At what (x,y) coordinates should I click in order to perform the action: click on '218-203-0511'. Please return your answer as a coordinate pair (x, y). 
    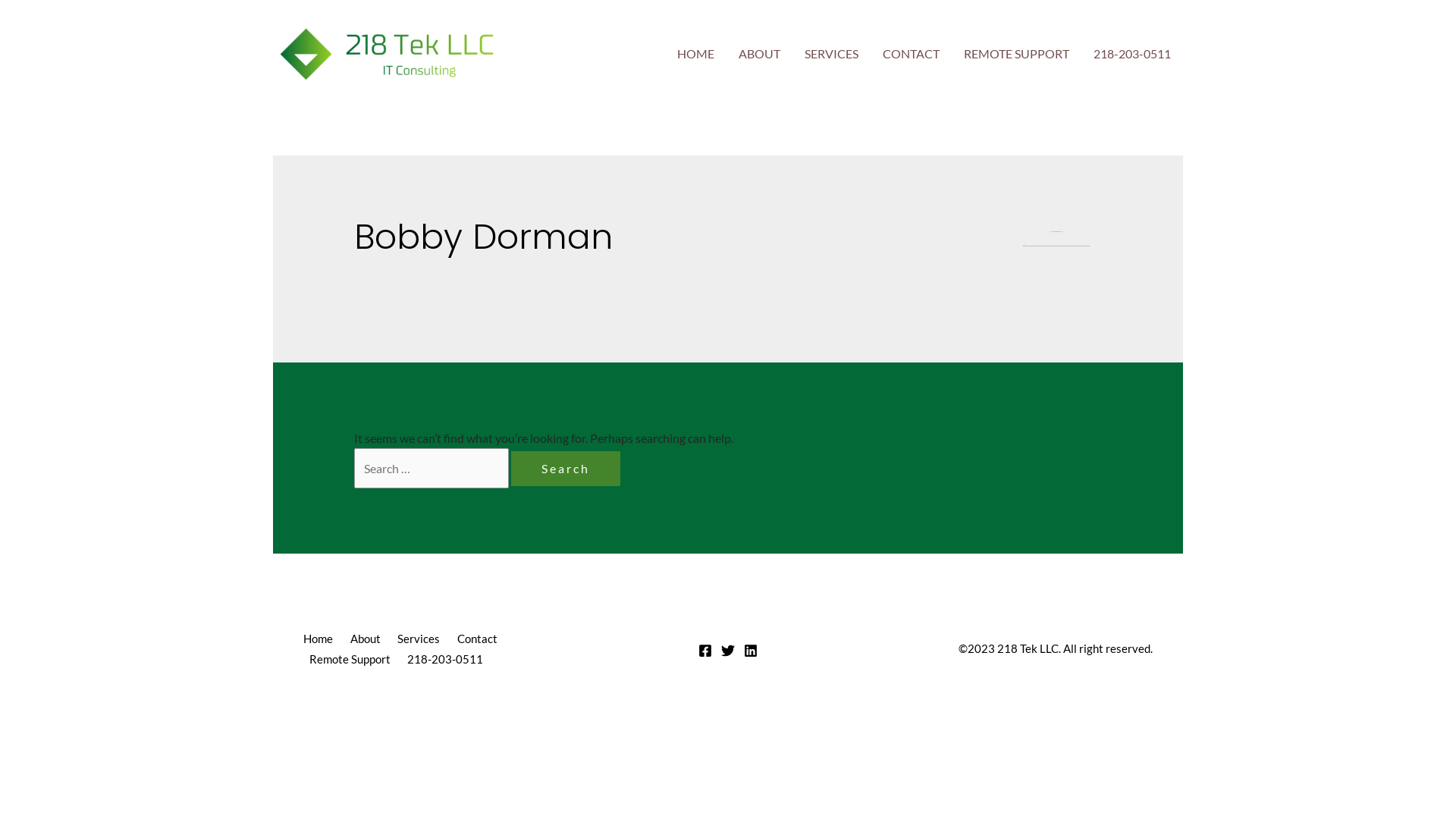
    Looking at the image, I should click on (447, 658).